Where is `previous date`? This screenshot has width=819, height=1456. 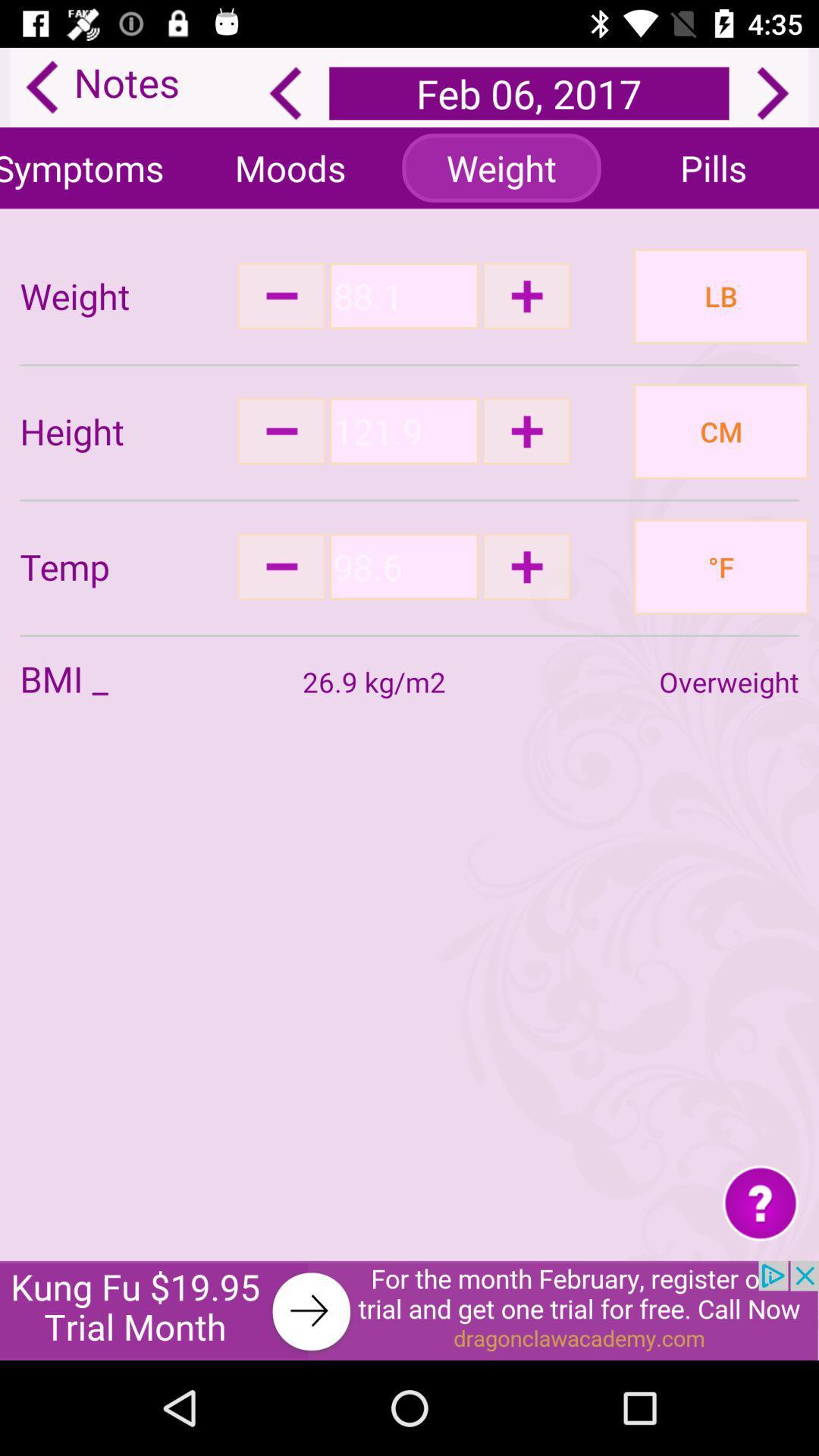 previous date is located at coordinates (285, 93).